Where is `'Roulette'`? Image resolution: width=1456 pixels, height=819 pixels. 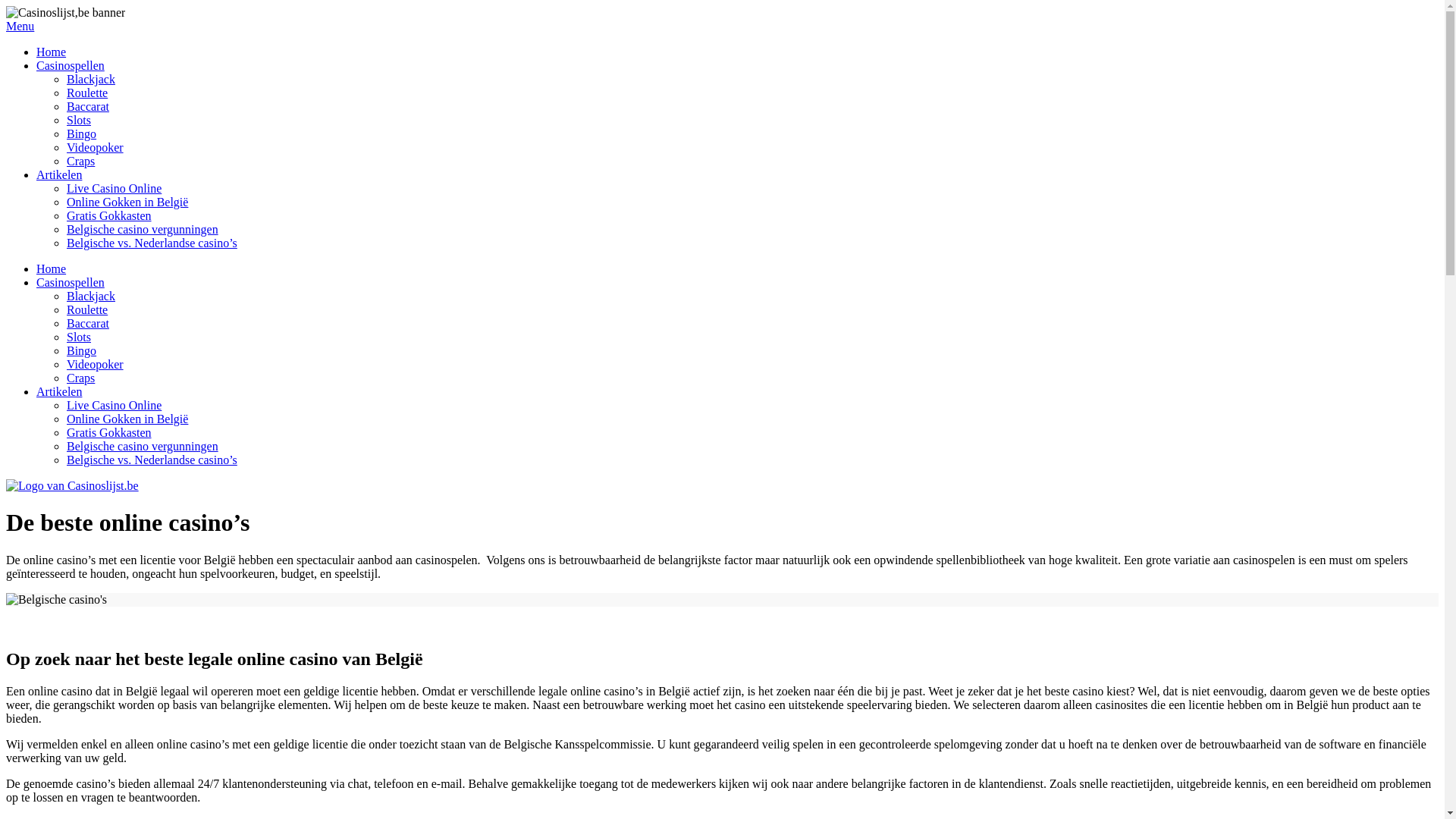
'Roulette' is located at coordinates (65, 93).